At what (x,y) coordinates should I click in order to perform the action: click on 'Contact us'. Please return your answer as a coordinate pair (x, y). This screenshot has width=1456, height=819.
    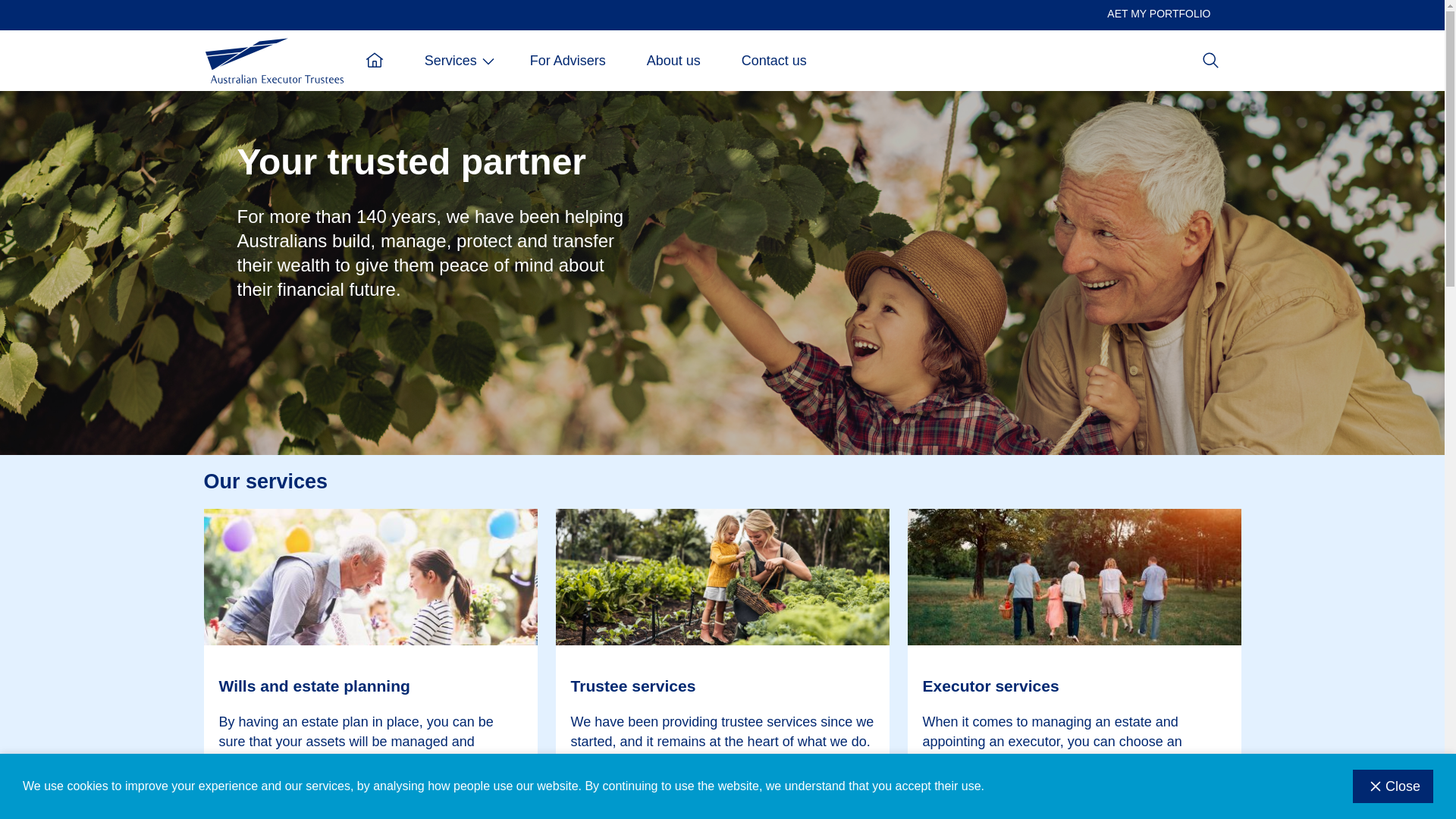
    Looking at the image, I should click on (720, 60).